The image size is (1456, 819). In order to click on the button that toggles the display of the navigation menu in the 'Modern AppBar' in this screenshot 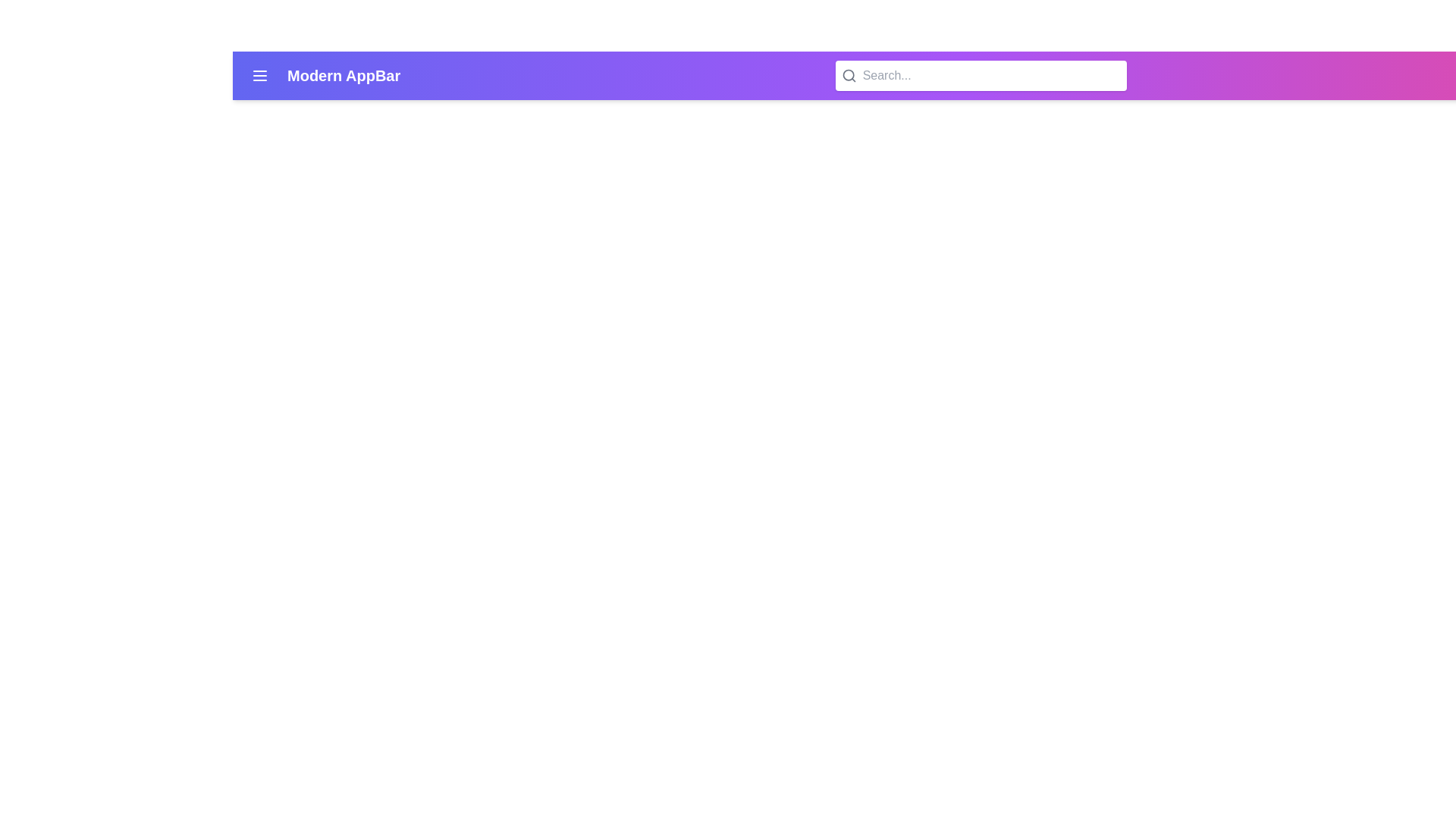, I will do `click(259, 76)`.